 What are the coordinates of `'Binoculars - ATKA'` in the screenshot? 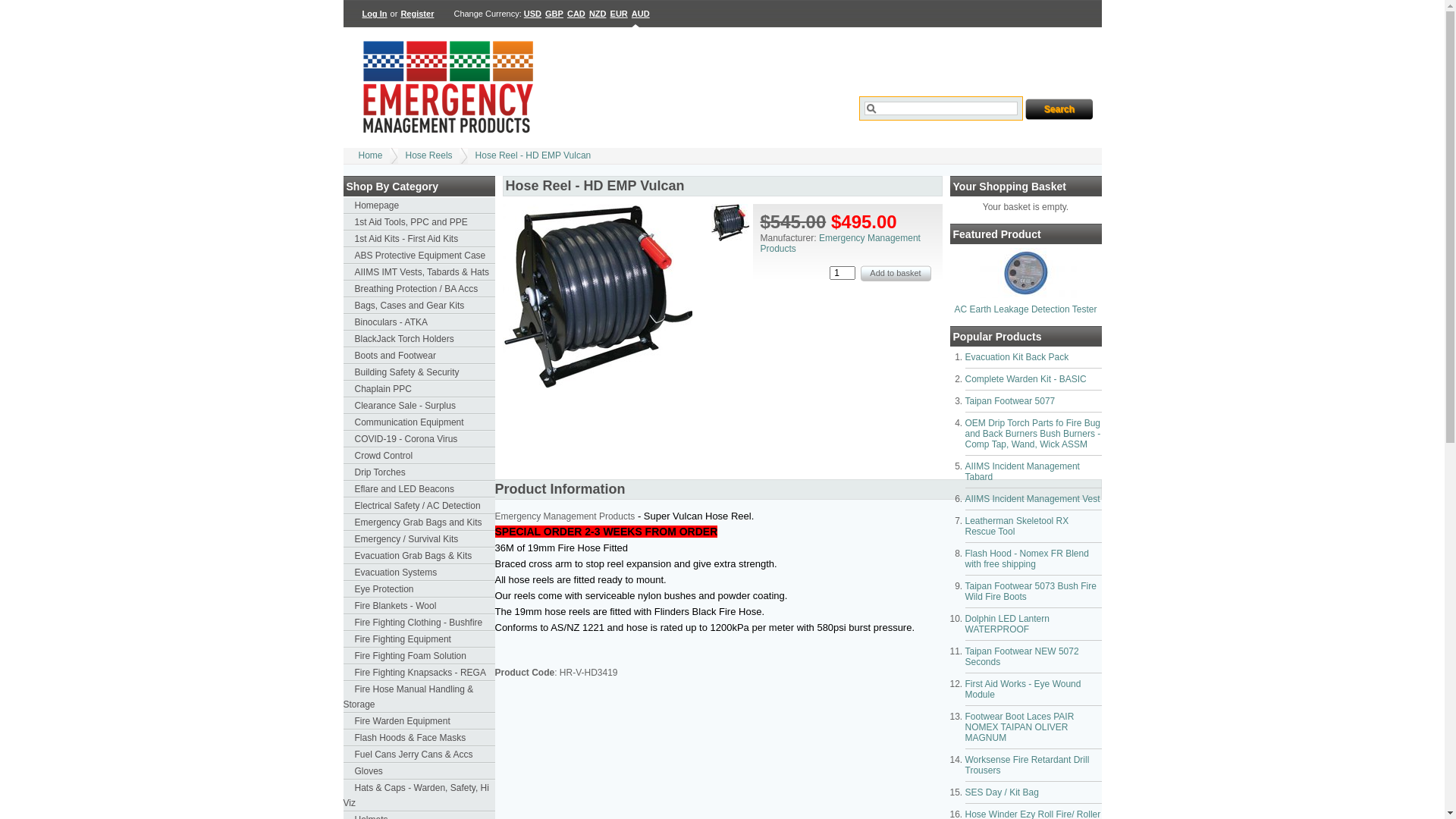 It's located at (419, 321).